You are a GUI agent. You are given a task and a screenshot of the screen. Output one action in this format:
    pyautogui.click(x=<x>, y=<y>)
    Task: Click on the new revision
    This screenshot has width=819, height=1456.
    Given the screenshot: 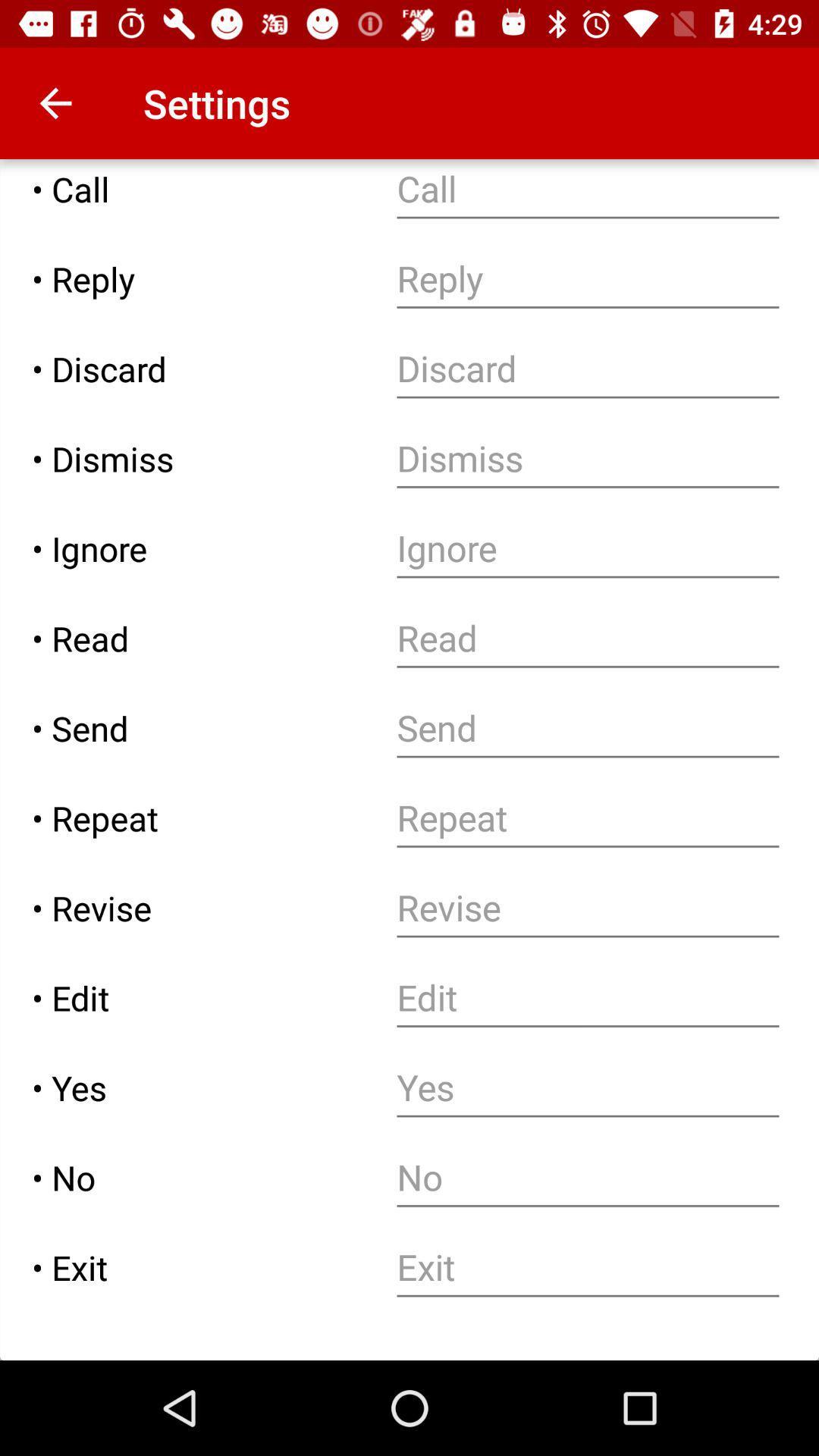 What is the action you would take?
    pyautogui.click(x=587, y=908)
    